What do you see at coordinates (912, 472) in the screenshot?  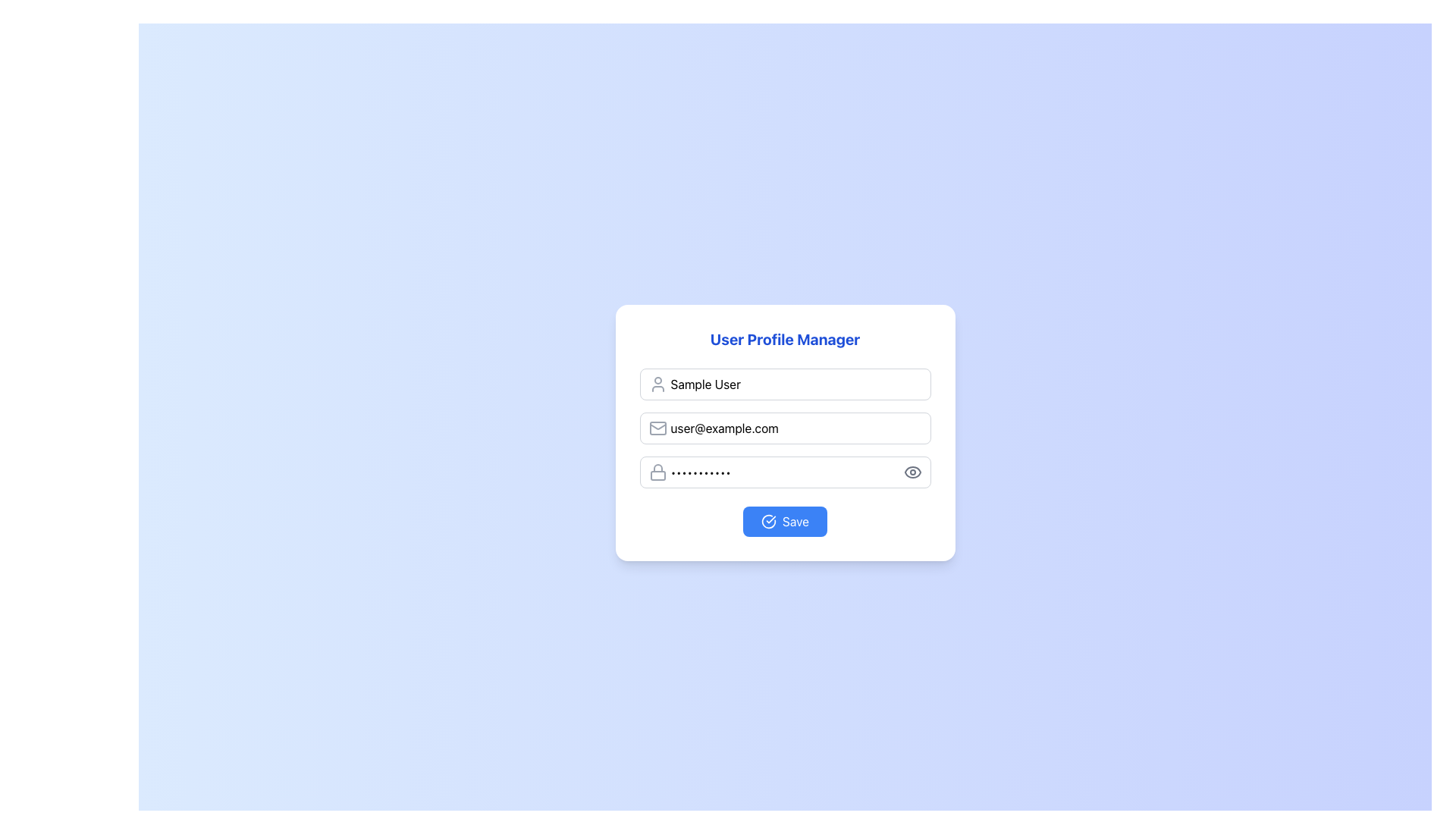 I see `the visibility toggle icon button located on the right side of the password input field, which allows users to switch between showing and obscuring the password` at bounding box center [912, 472].